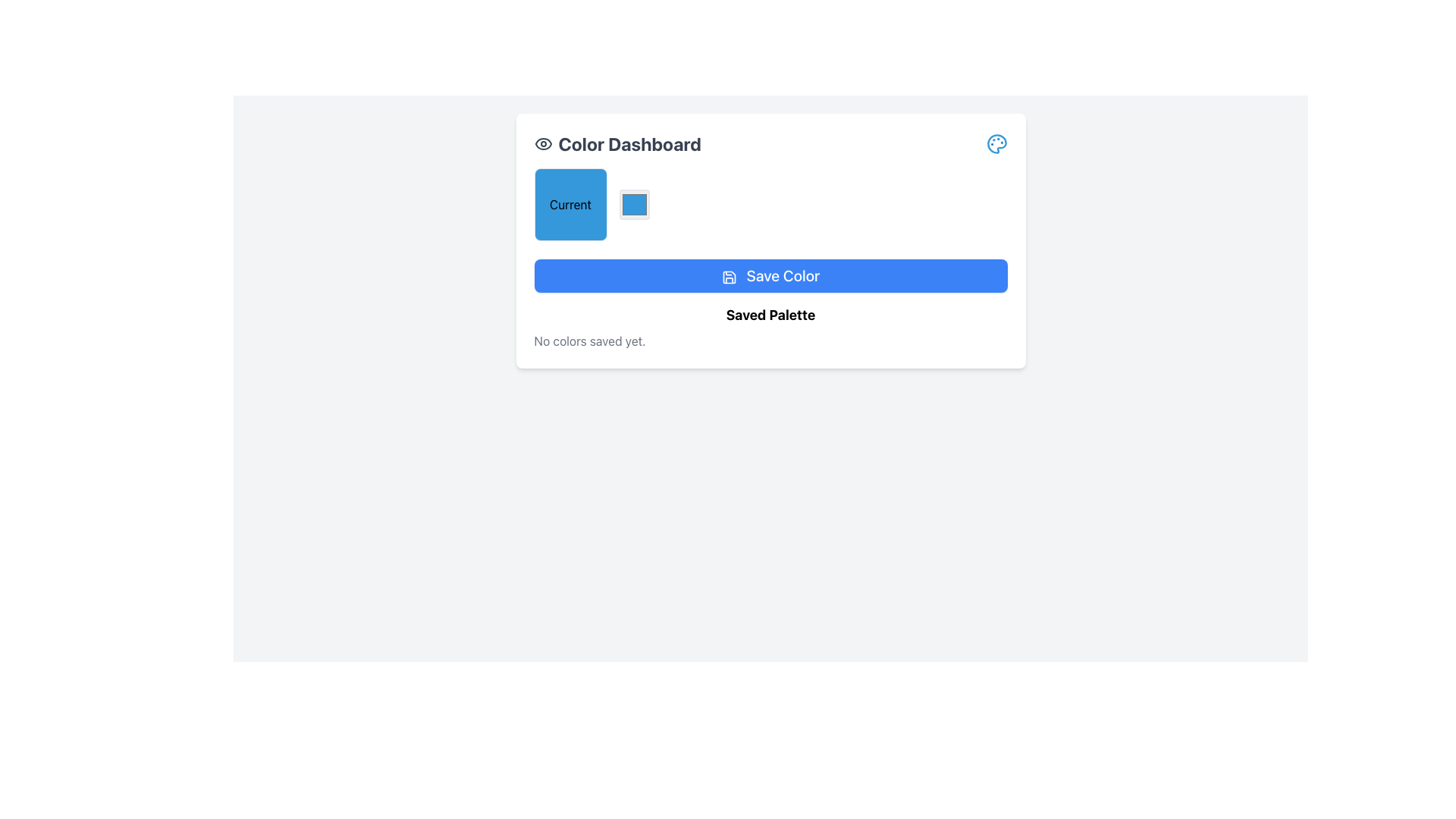  I want to click on informational text element titled 'Saved Palette' that displays the message 'No colors saved yet.' located within the 'Color Dashboard' card, below the 'Save Color' button, so click(770, 327).